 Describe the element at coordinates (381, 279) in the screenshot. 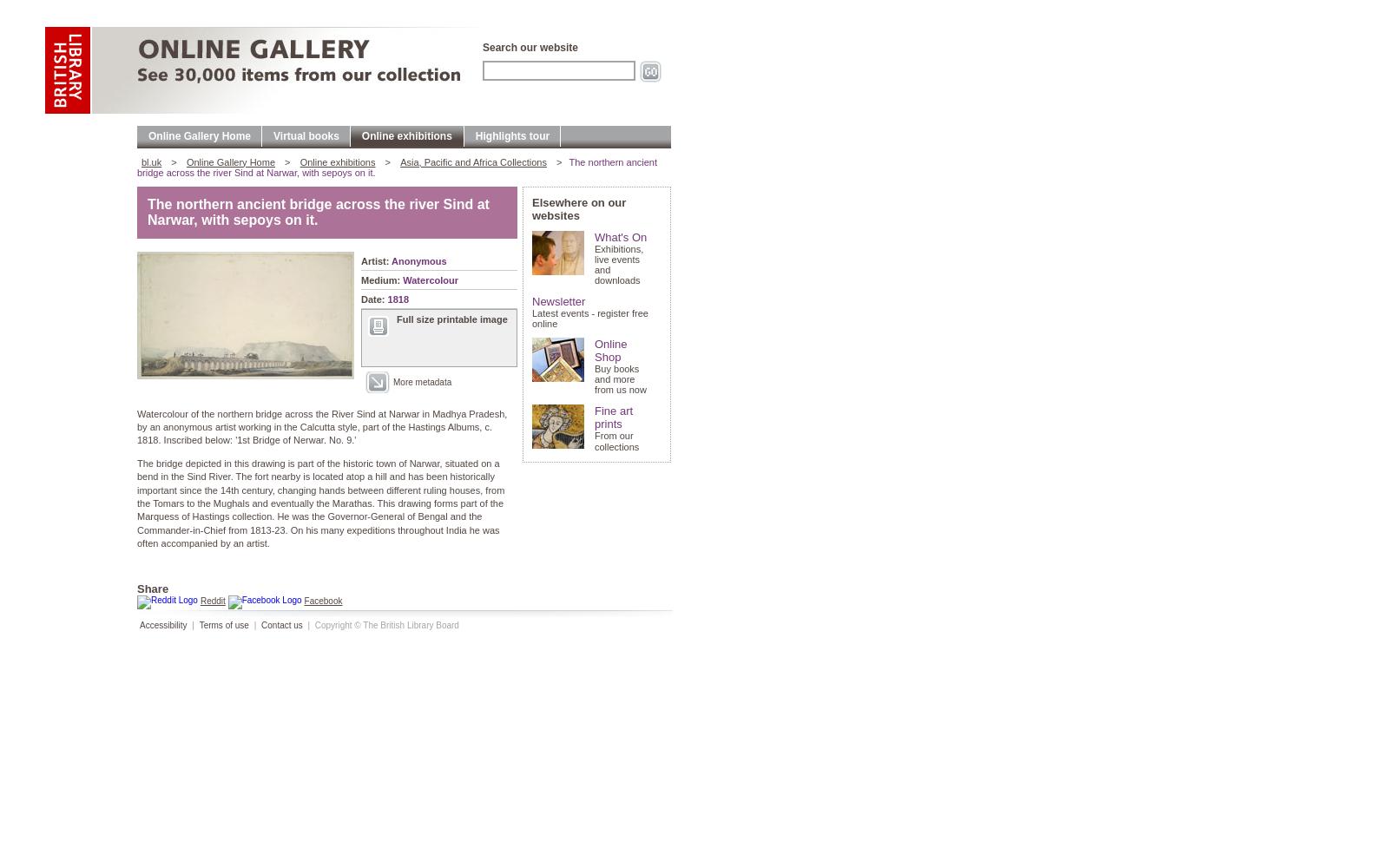

I see `'Medium:'` at that location.